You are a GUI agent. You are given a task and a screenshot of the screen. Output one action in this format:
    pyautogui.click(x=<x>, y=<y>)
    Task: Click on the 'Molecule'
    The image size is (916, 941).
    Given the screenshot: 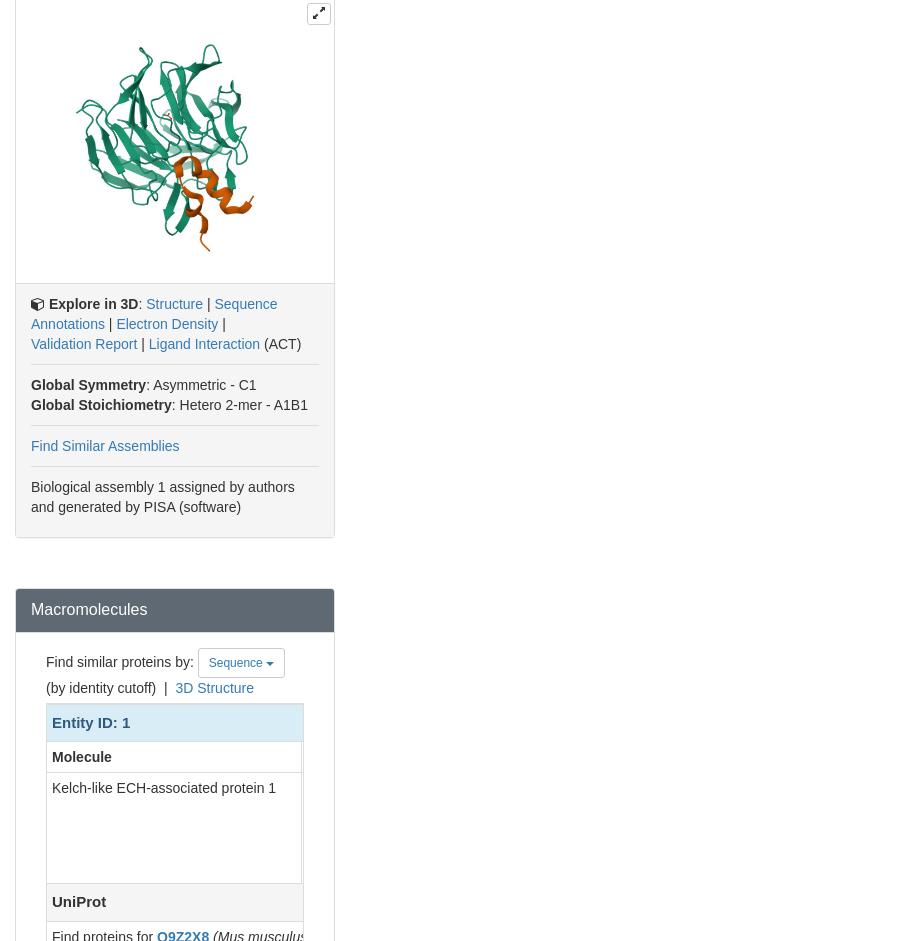 What is the action you would take?
    pyautogui.click(x=80, y=756)
    